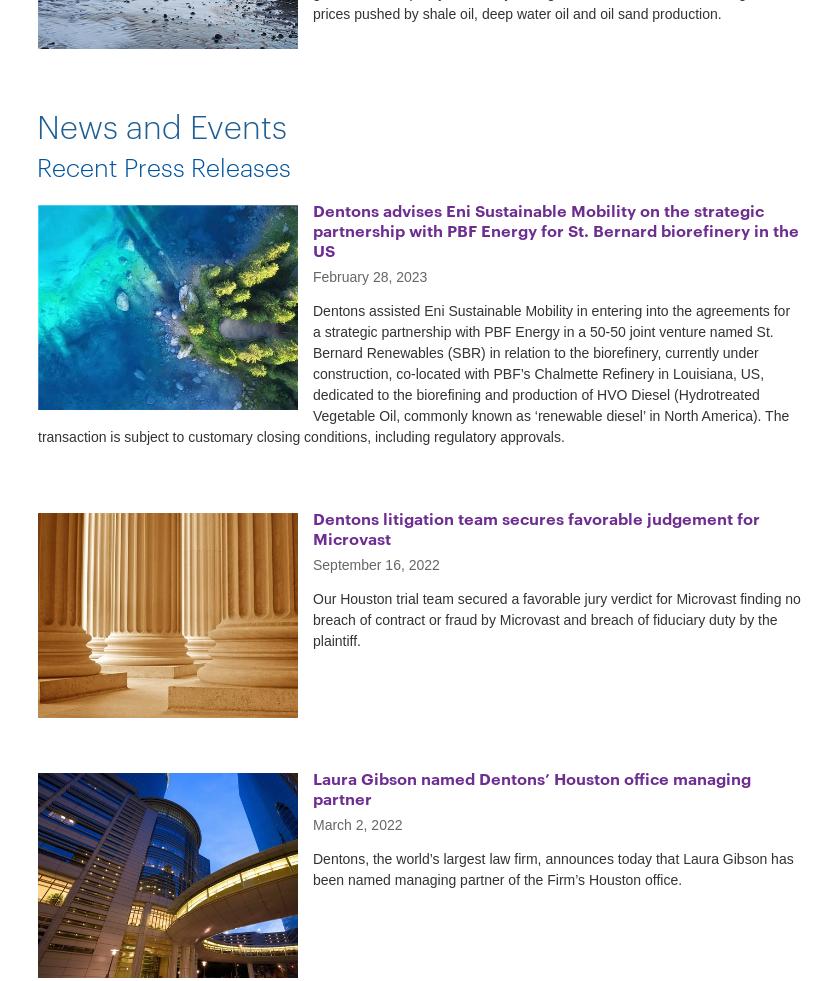 The height and width of the screenshot is (981, 839). What do you see at coordinates (357, 824) in the screenshot?
I see `'March 2, 2022'` at bounding box center [357, 824].